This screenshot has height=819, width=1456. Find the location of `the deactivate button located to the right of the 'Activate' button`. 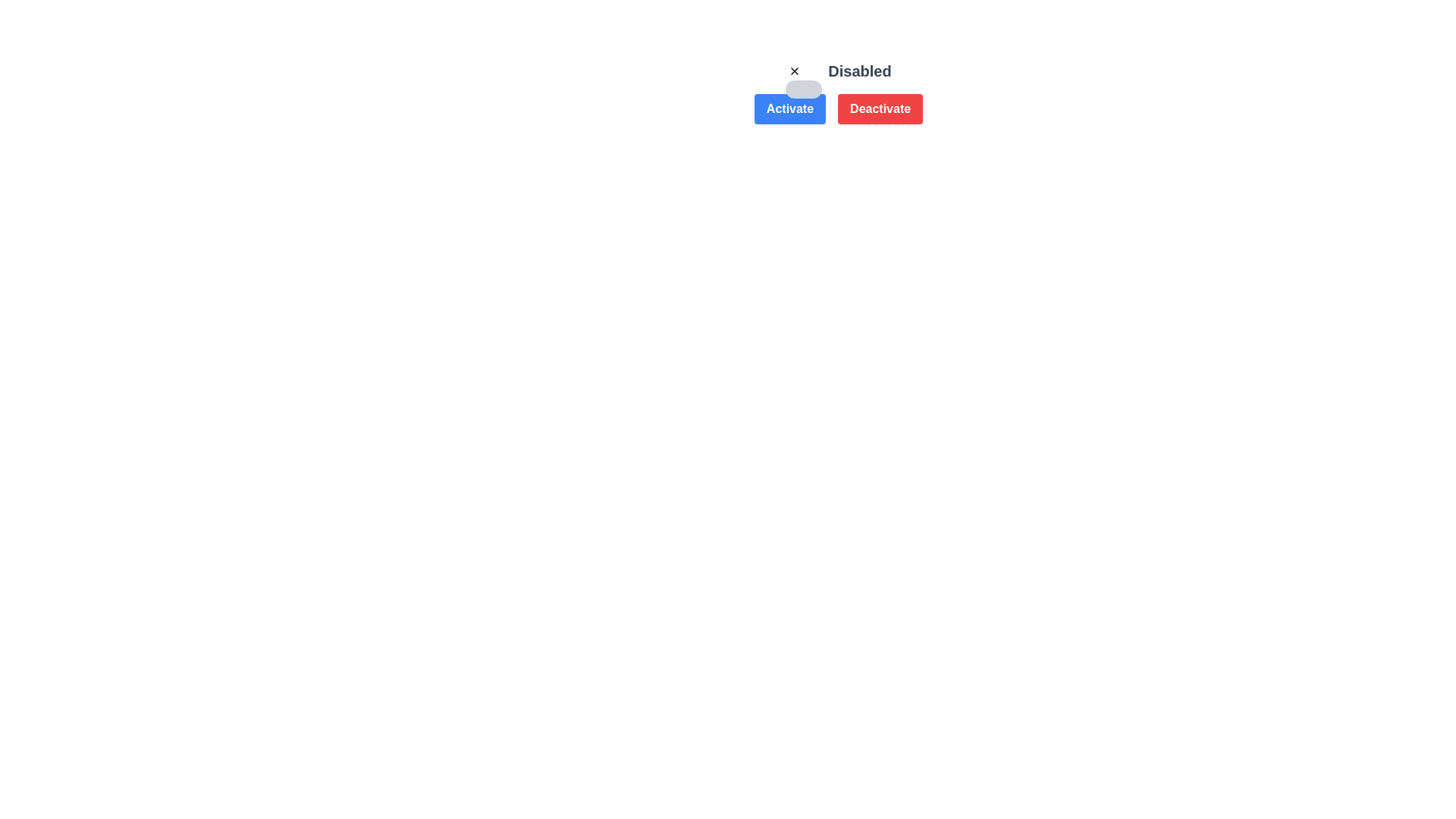

the deactivate button located to the right of the 'Activate' button is located at coordinates (880, 108).